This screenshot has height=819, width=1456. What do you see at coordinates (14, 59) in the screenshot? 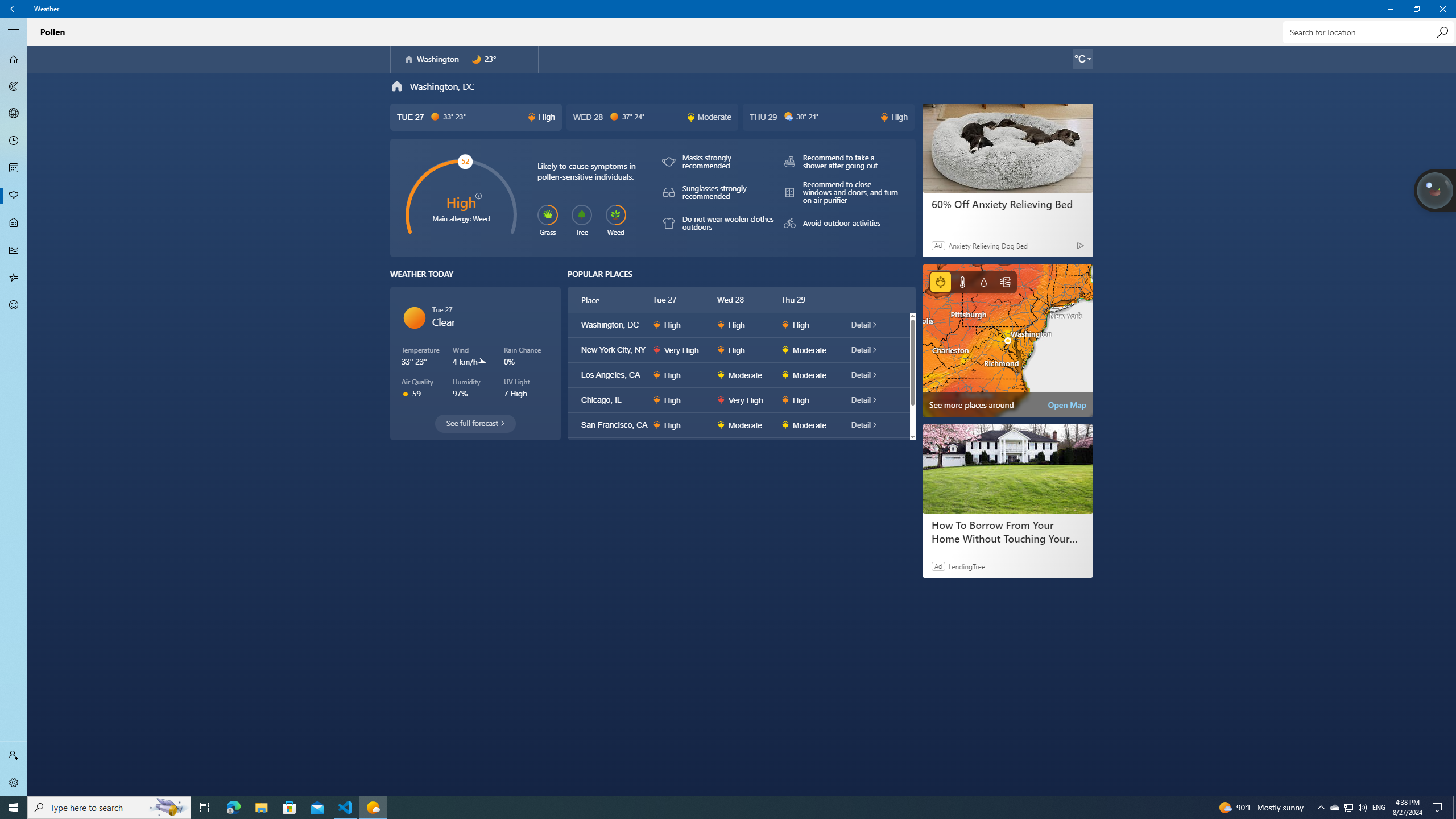
I see `'Forecast - Not Selected'` at bounding box center [14, 59].